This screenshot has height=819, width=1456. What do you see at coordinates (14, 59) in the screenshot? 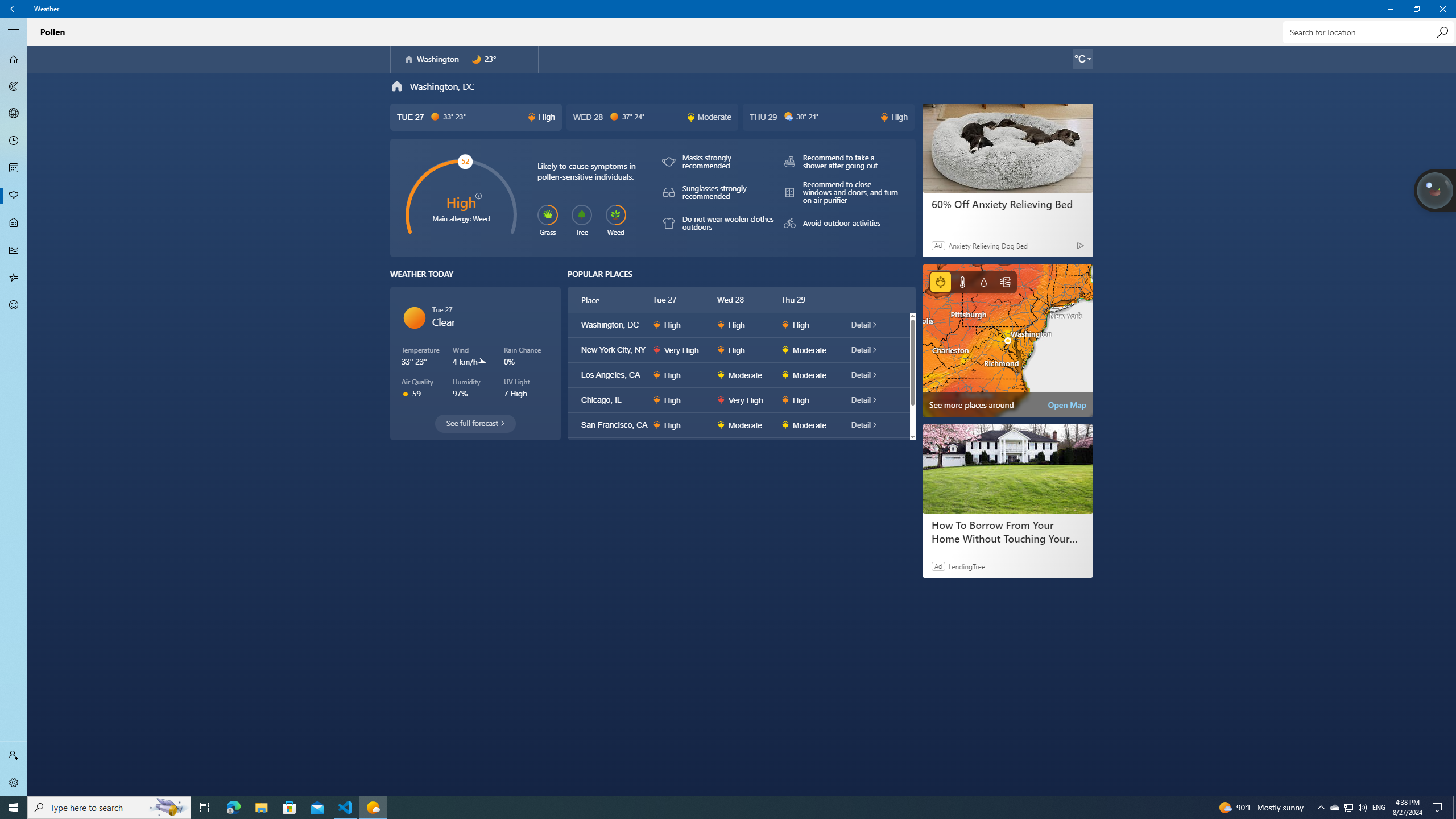
I see `'Forecast - Not Selected'` at bounding box center [14, 59].